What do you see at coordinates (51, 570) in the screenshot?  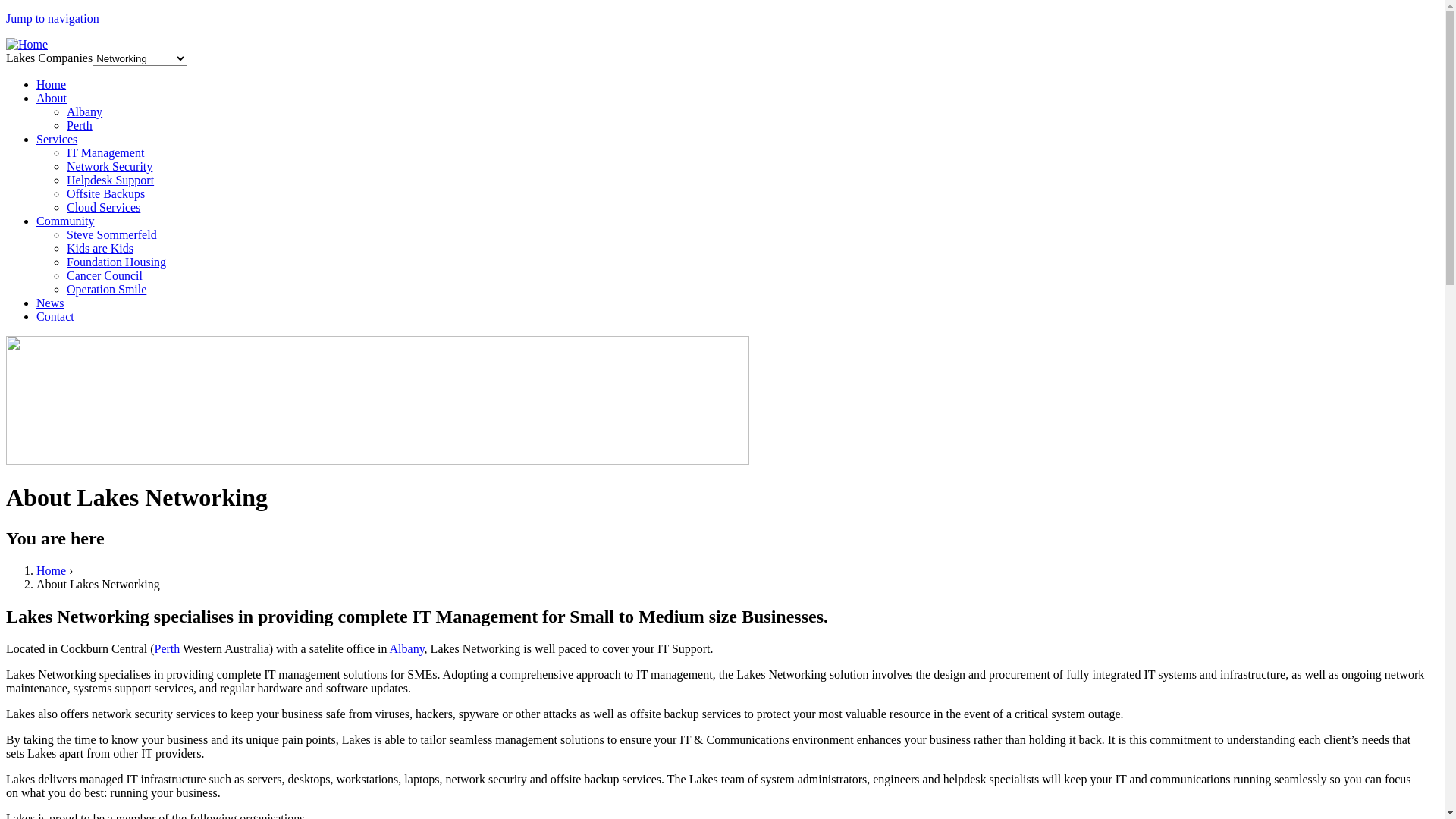 I see `'Home'` at bounding box center [51, 570].